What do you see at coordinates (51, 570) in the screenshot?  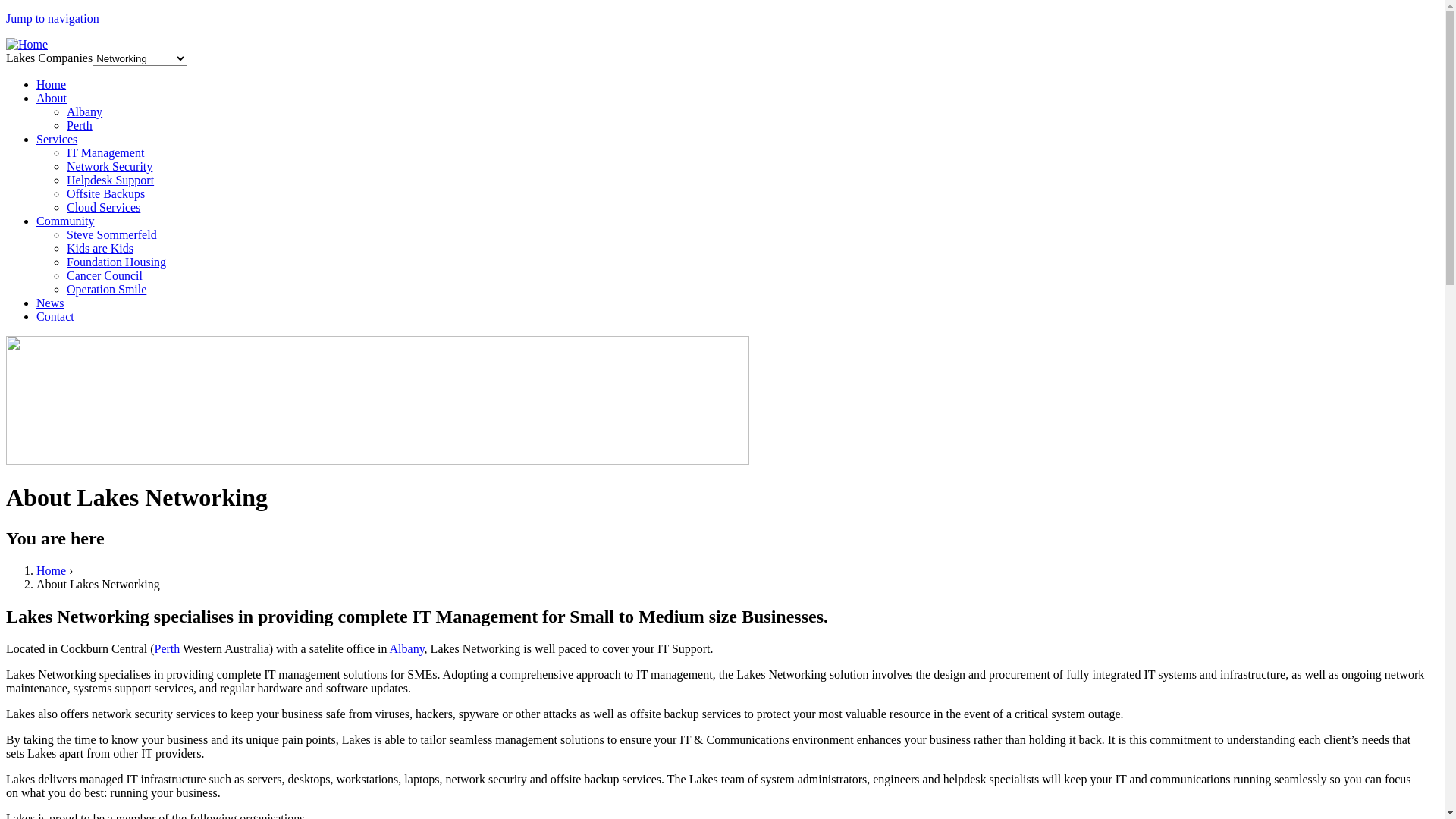 I see `'Home'` at bounding box center [51, 570].